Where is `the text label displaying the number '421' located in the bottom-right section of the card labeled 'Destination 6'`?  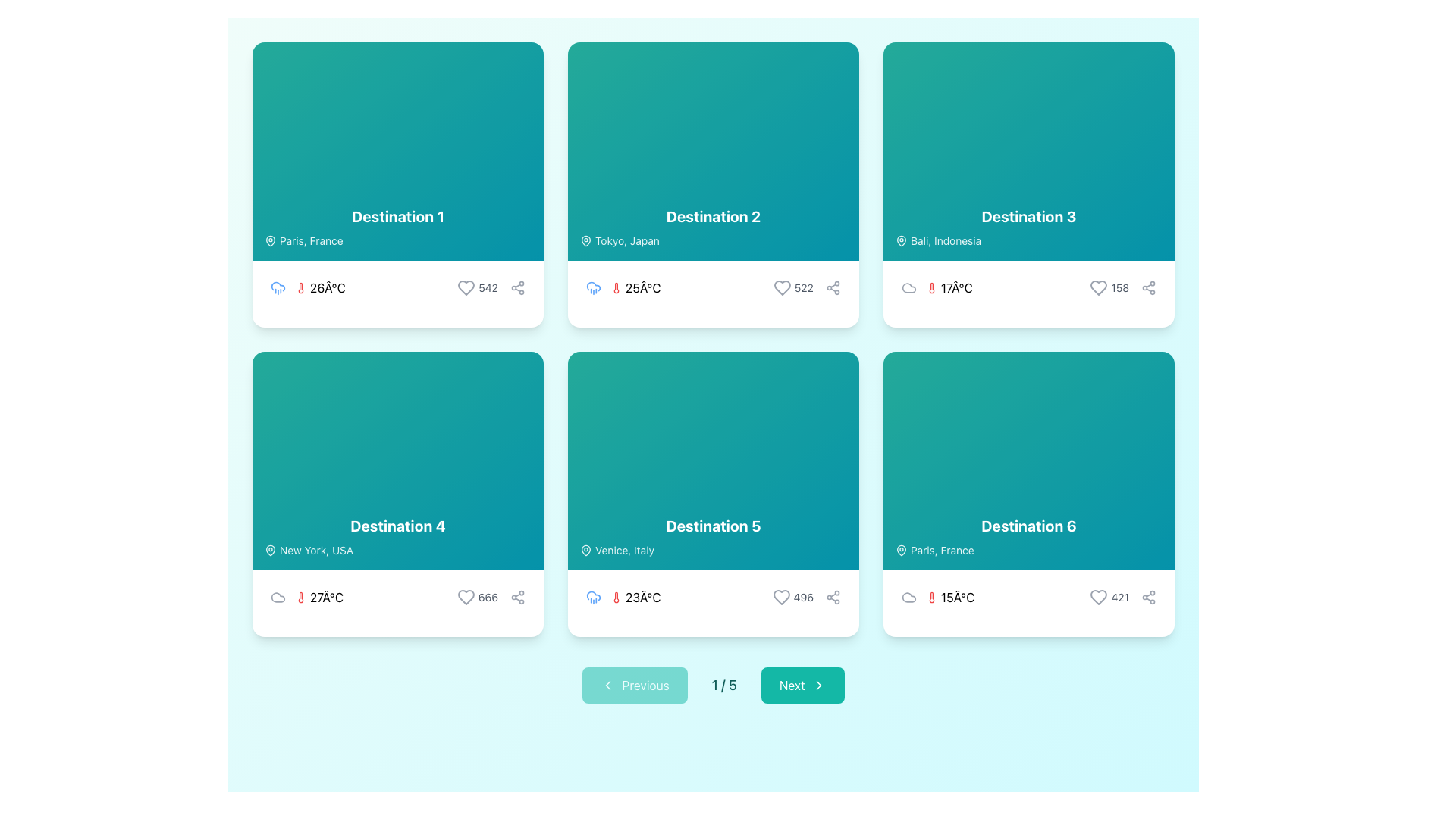
the text label displaying the number '421' located in the bottom-right section of the card labeled 'Destination 6' is located at coordinates (1120, 596).